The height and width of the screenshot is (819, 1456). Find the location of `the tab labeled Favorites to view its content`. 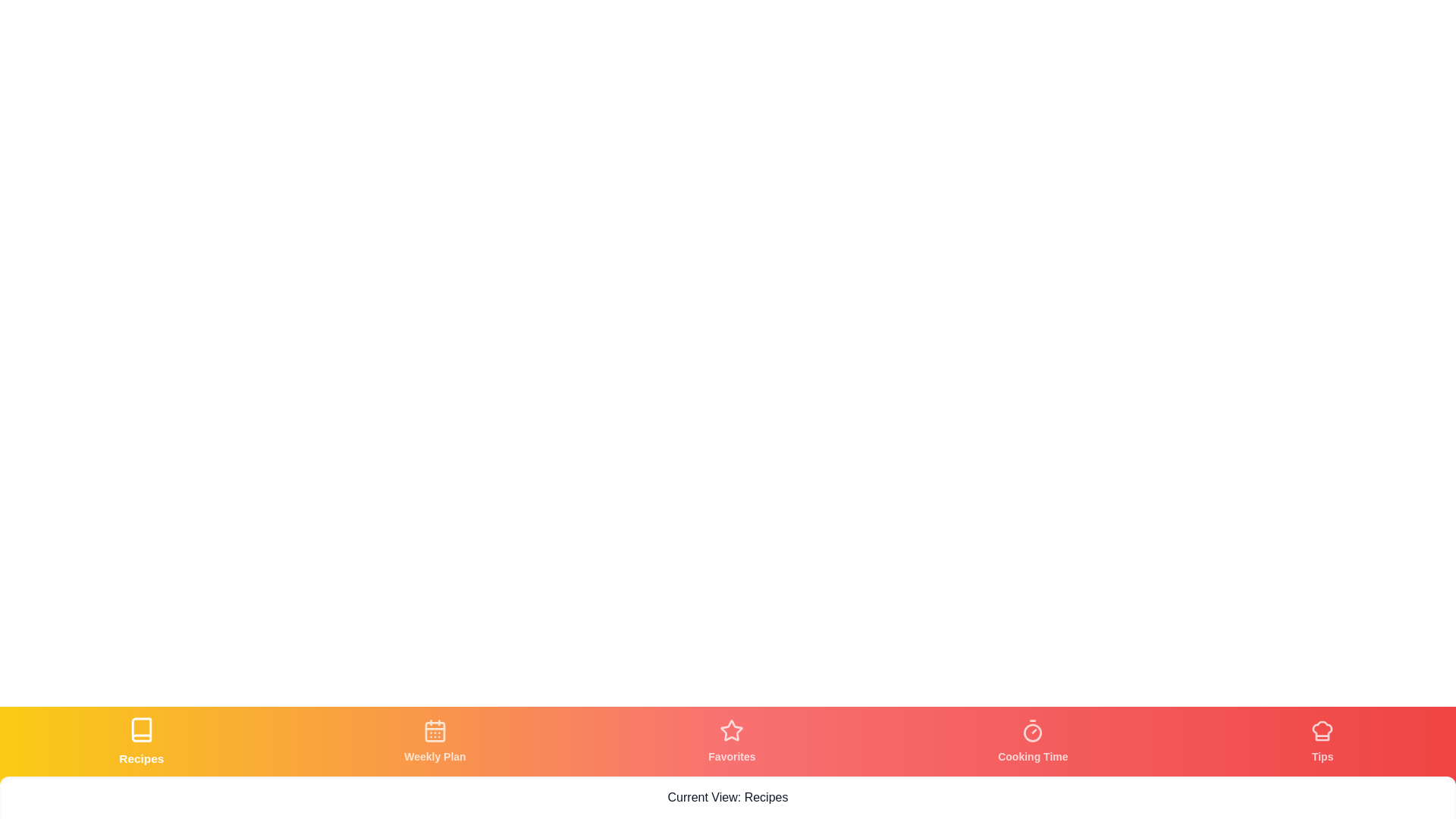

the tab labeled Favorites to view its content is located at coordinates (731, 741).